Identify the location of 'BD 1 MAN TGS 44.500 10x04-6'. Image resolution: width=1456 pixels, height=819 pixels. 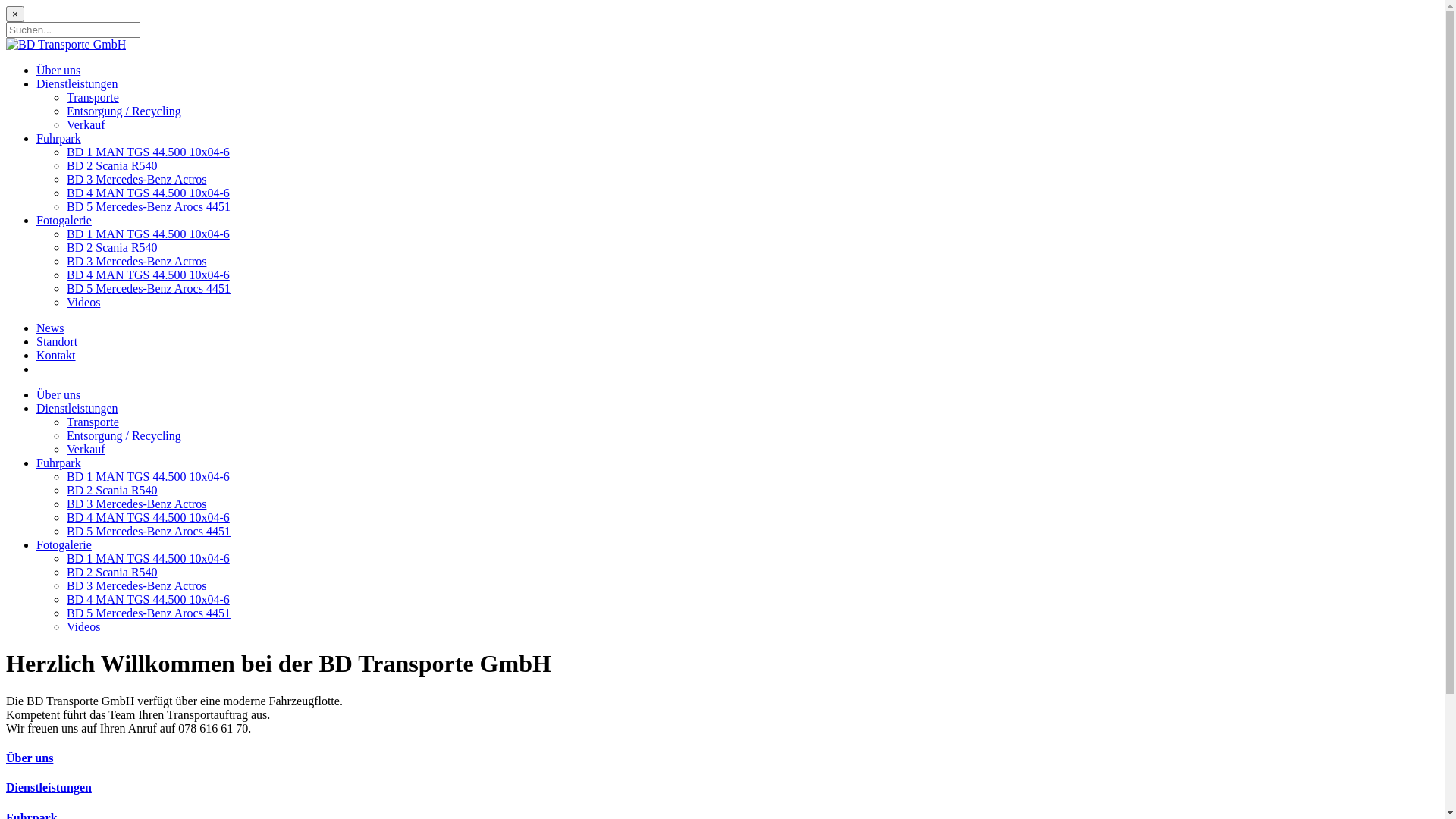
(148, 234).